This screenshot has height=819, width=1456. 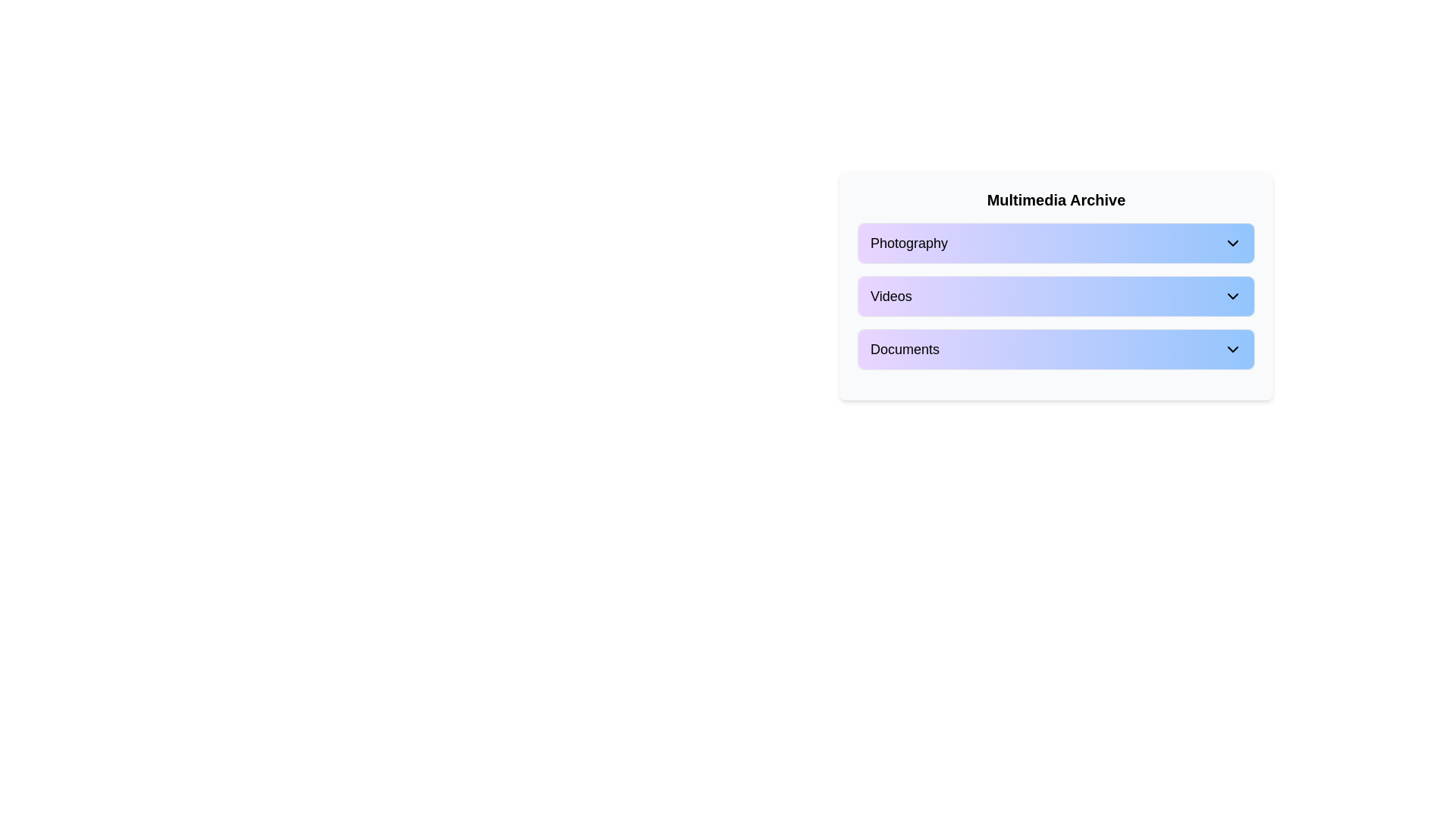 What do you see at coordinates (1233, 296) in the screenshot?
I see `the Dropdown indicator icon, which is a black SVG chevron located at the far-right end of the 'Videos' button` at bounding box center [1233, 296].